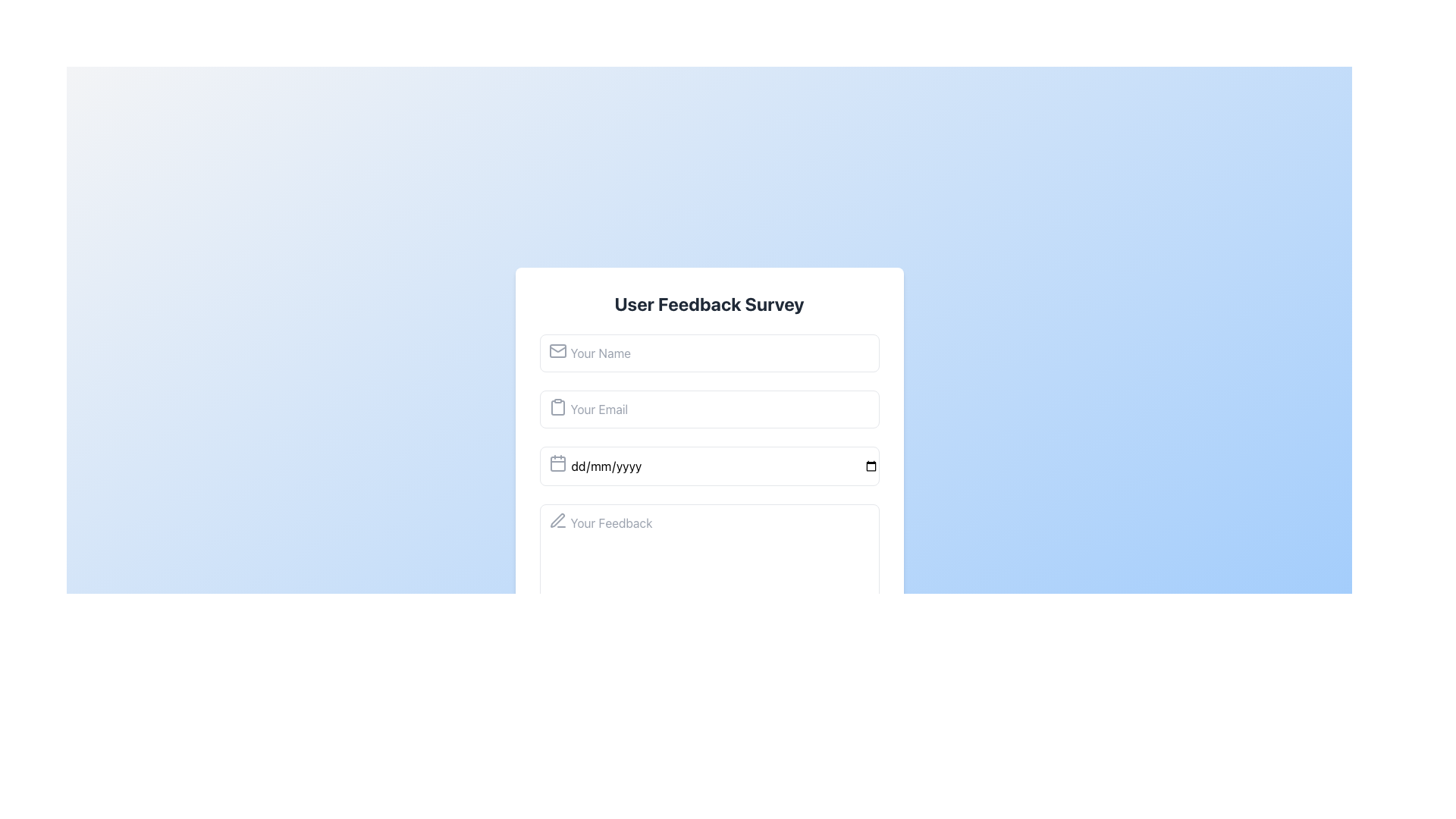 This screenshot has height=819, width=1456. I want to click on the icon located at the left end of the text input field labeled 'Your Name', which serves as a visual aid for user input, so click(557, 350).